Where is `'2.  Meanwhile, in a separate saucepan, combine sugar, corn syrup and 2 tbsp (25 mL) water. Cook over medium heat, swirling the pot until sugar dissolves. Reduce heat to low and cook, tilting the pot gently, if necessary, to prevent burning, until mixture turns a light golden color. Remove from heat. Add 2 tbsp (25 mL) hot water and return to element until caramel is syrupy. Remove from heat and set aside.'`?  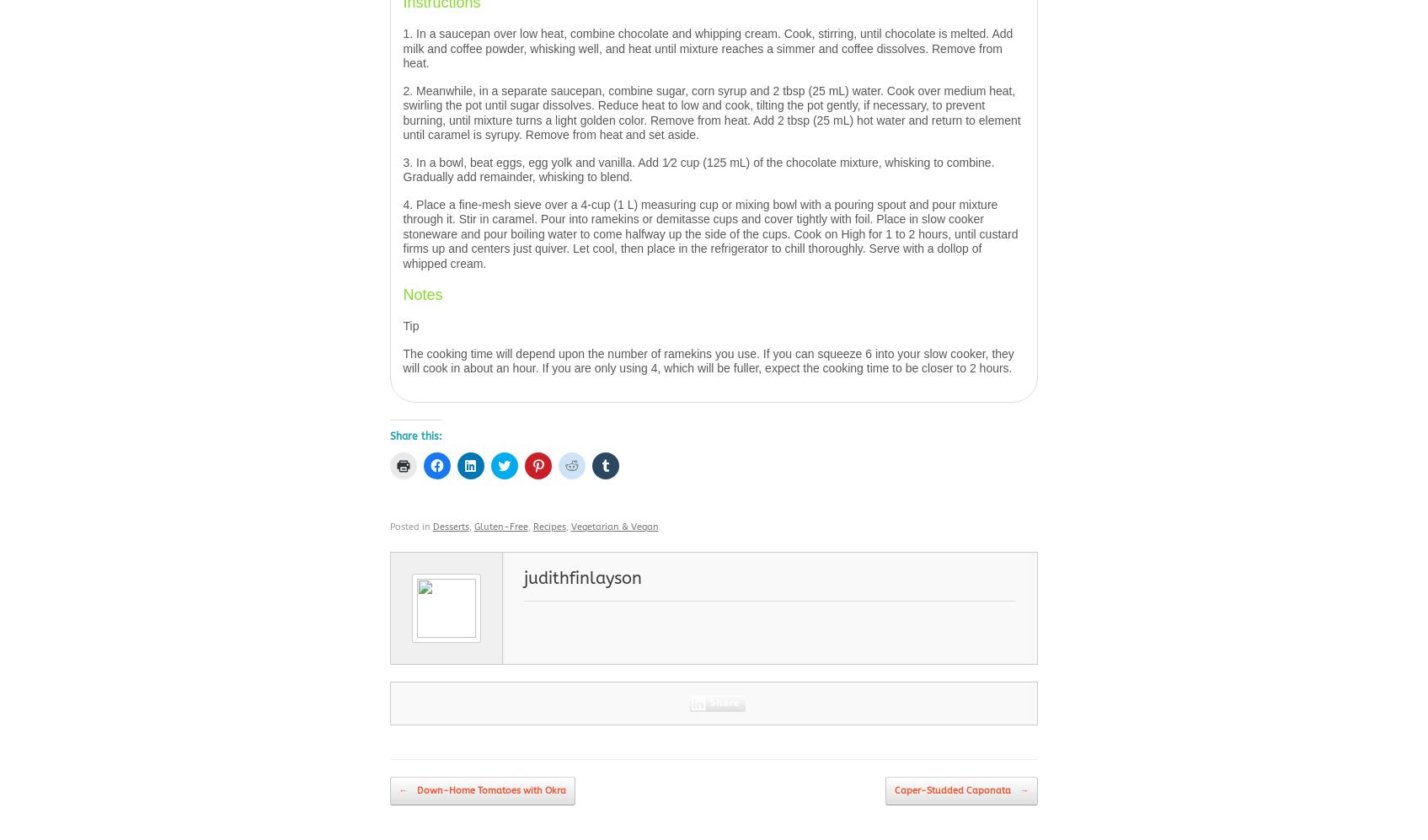 '2.  Meanwhile, in a separate saucepan, combine sugar, corn syrup and 2 tbsp (25 mL) water. Cook over medium heat, swirling the pot until sugar dissolves. Reduce heat to low and cook, tilting the pot gently, if necessary, to prevent burning, until mixture turns a light golden color. Remove from heat. Add 2 tbsp (25 mL) hot water and return to element until caramel is syrupy. Remove from heat and set aside.' is located at coordinates (711, 112).